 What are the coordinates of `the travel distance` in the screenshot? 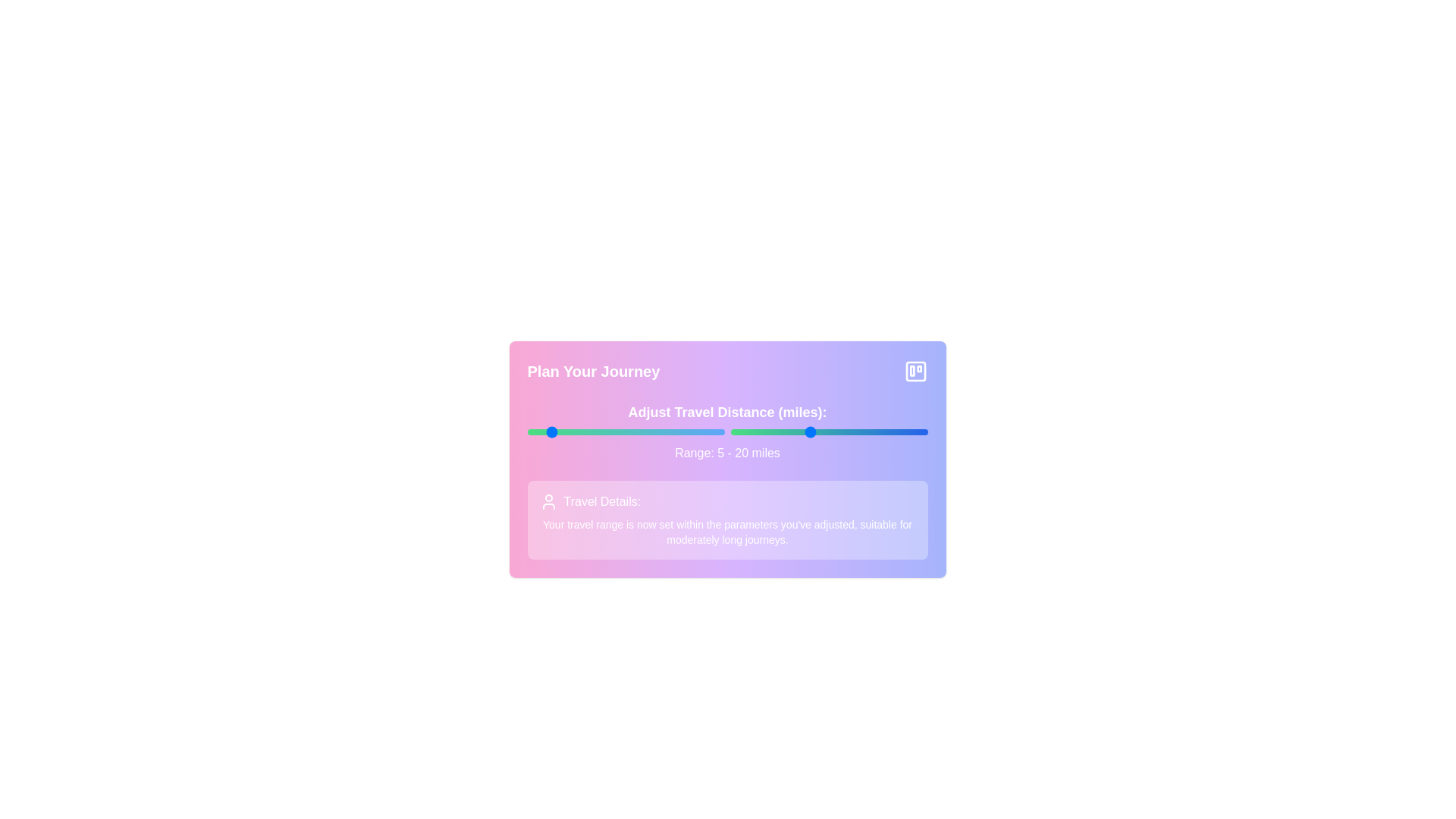 It's located at (884, 432).